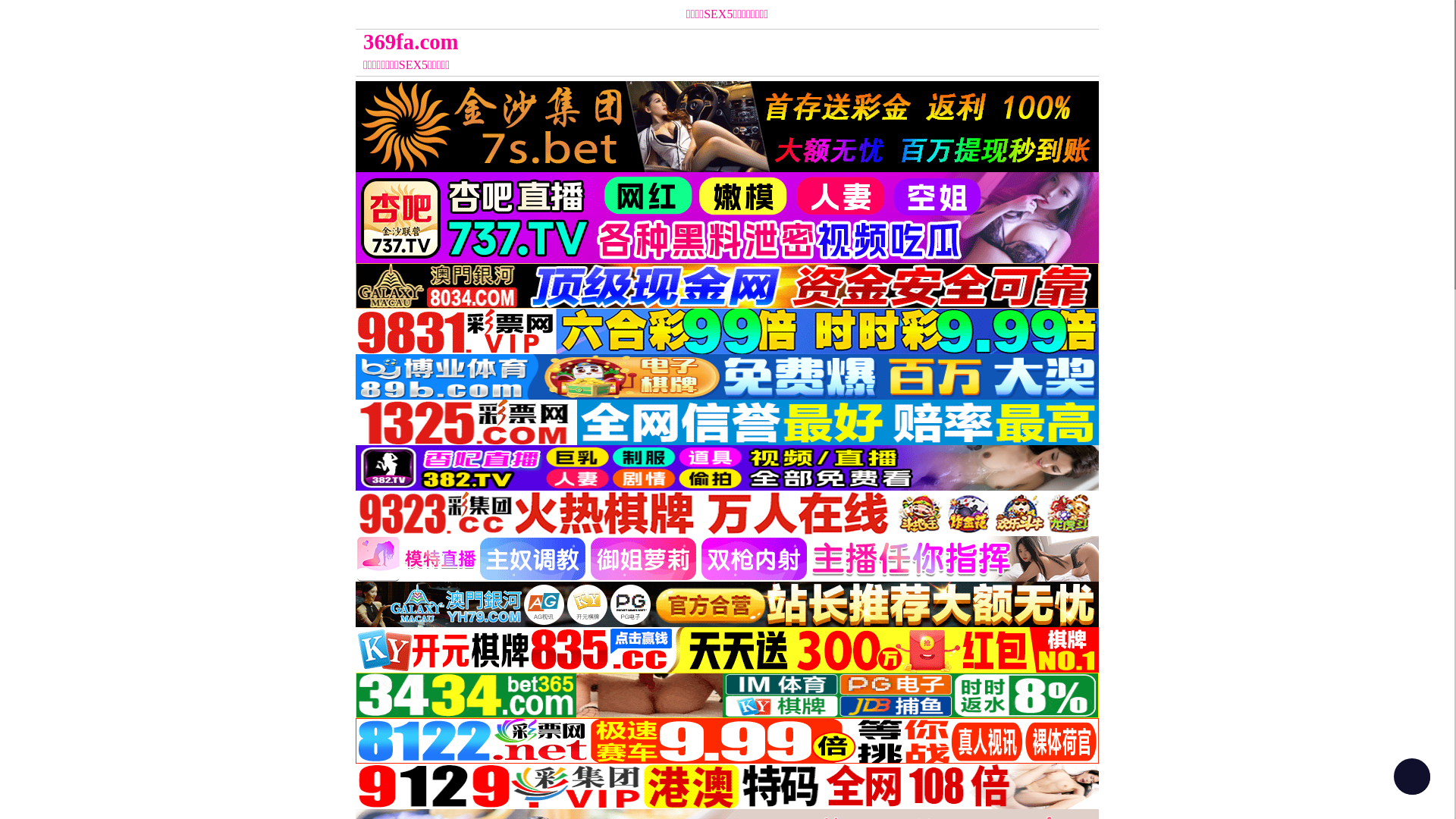 The image size is (1456, 819). Describe the element at coordinates (634, 41) in the screenshot. I see `'369fa.com'` at that location.